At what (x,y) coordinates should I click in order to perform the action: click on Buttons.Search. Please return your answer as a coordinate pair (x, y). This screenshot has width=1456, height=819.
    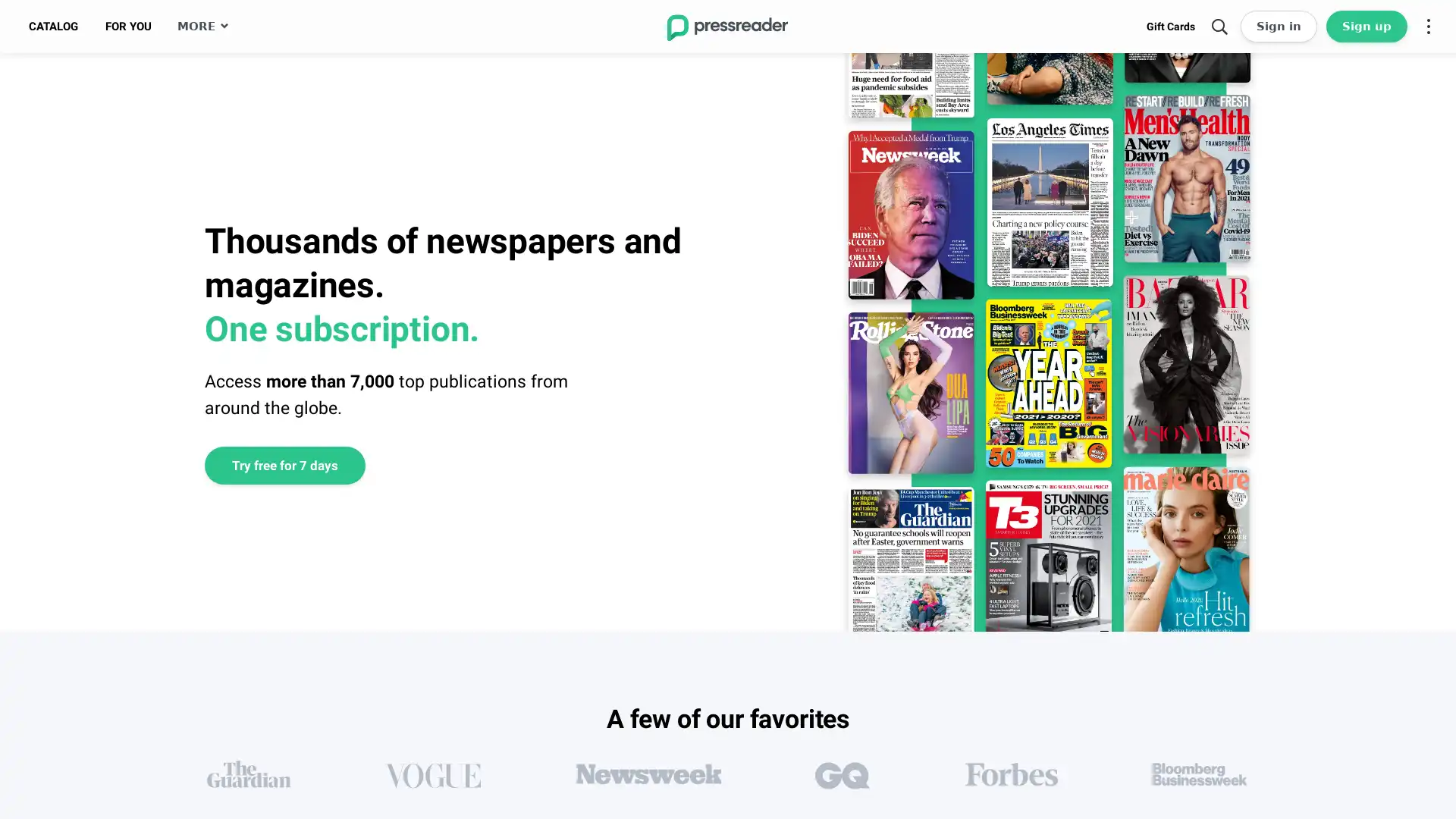
    Looking at the image, I should click on (1219, 26).